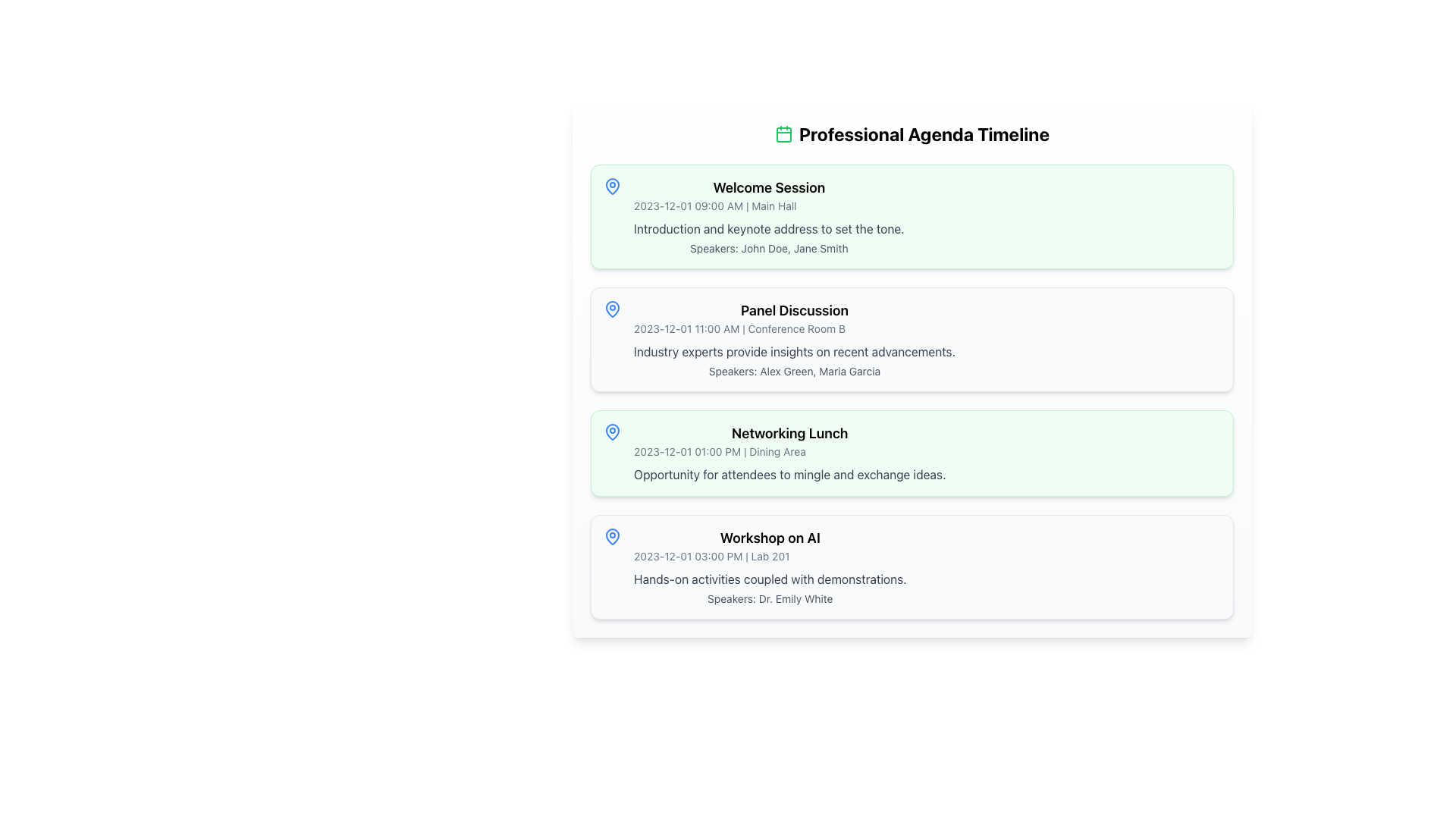 The height and width of the screenshot is (819, 1456). Describe the element at coordinates (783, 133) in the screenshot. I see `the calendar icon representing the main body of the calendar feature, located to the left of the 'Professional Agenda Timeline' heading` at that location.